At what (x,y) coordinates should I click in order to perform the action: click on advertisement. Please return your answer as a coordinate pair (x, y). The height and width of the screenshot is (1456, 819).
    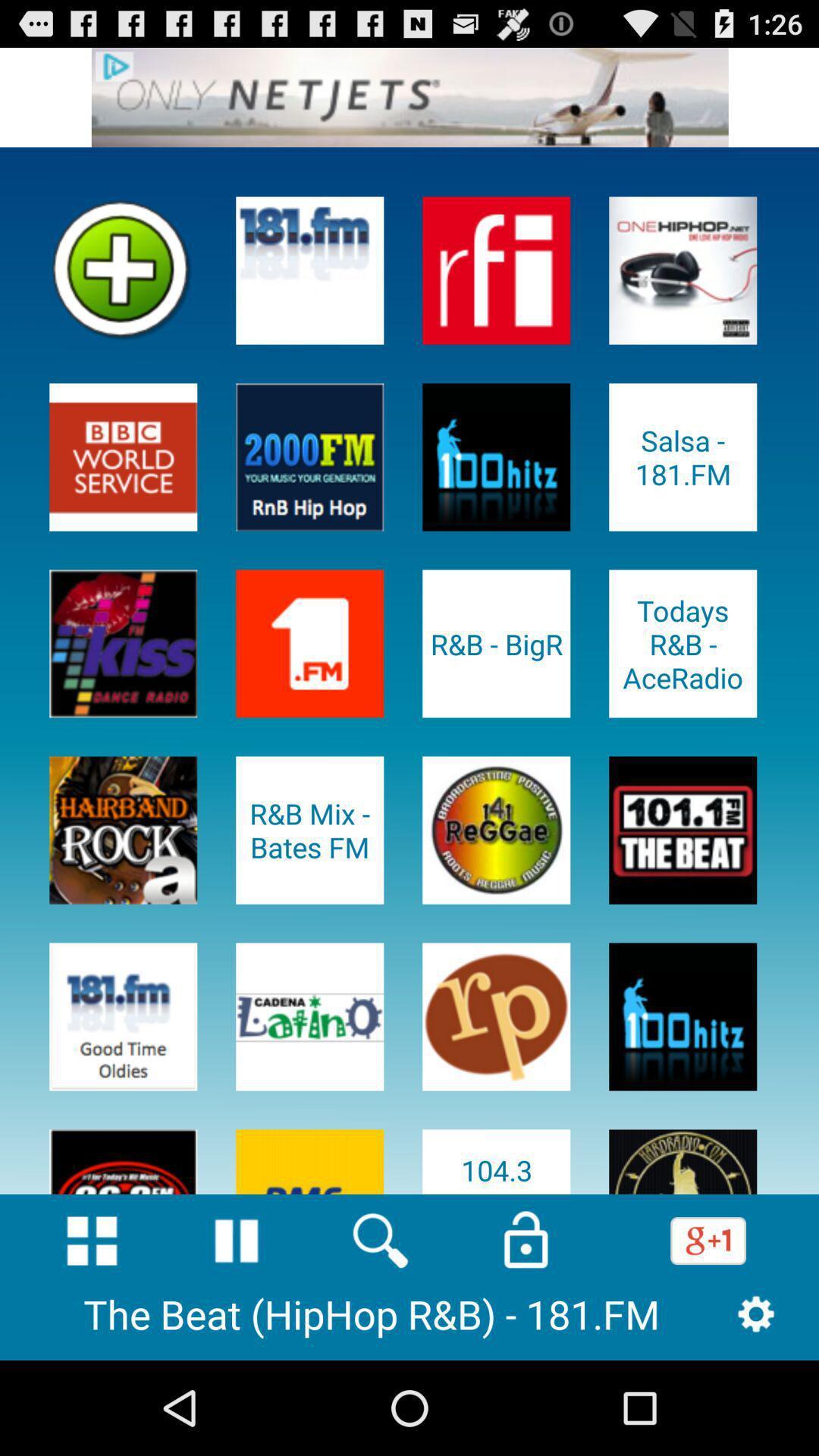
    Looking at the image, I should click on (409, 96).